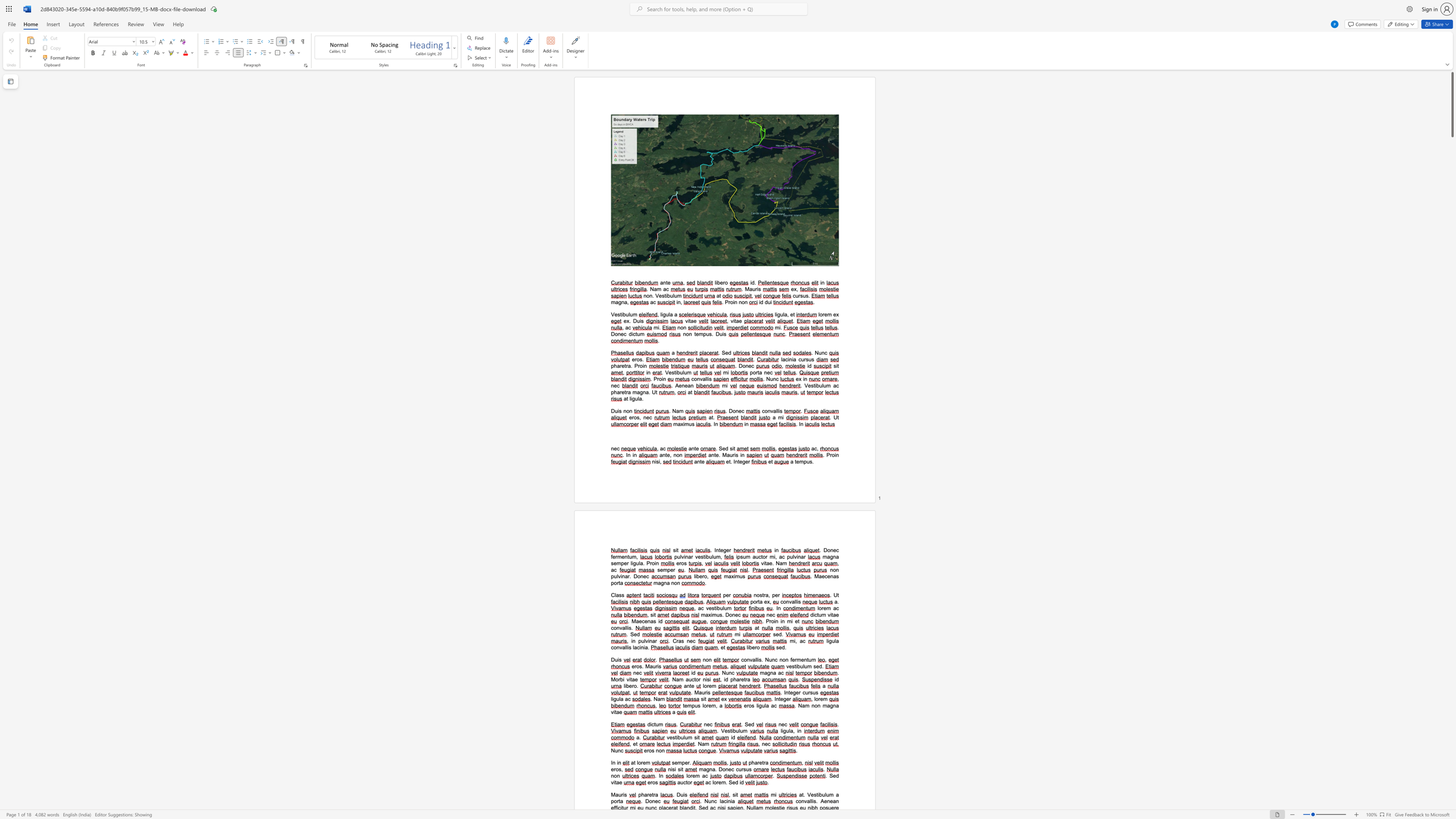  Describe the element at coordinates (807, 666) in the screenshot. I see `the space between the continuous character "u" and "m" in the text` at that location.